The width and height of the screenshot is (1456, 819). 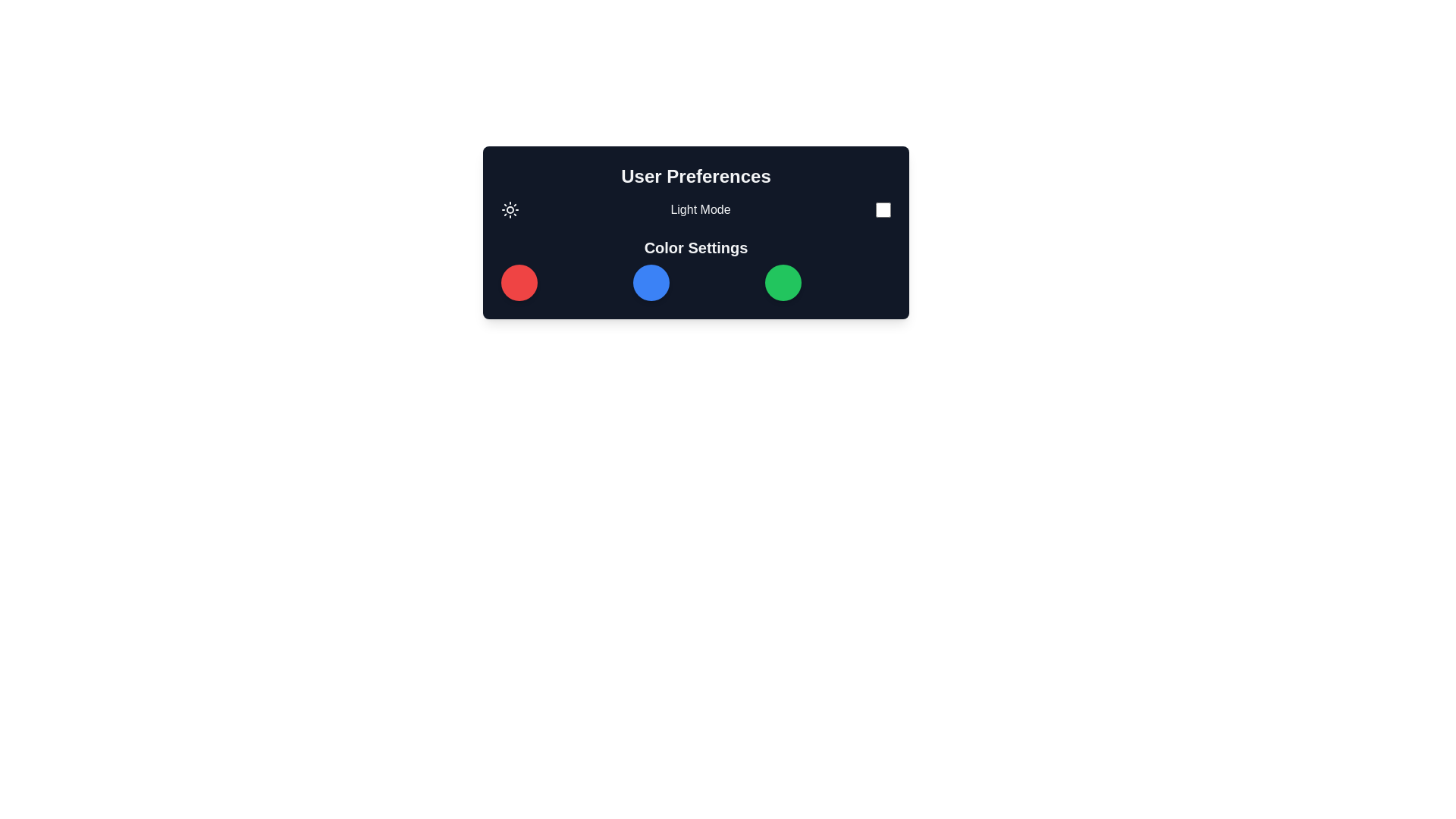 What do you see at coordinates (700, 210) in the screenshot?
I see `the 'Light Mode' label, which displays the text in white against a dark background, positioned between a sun icon and a checkbox toggle` at bounding box center [700, 210].